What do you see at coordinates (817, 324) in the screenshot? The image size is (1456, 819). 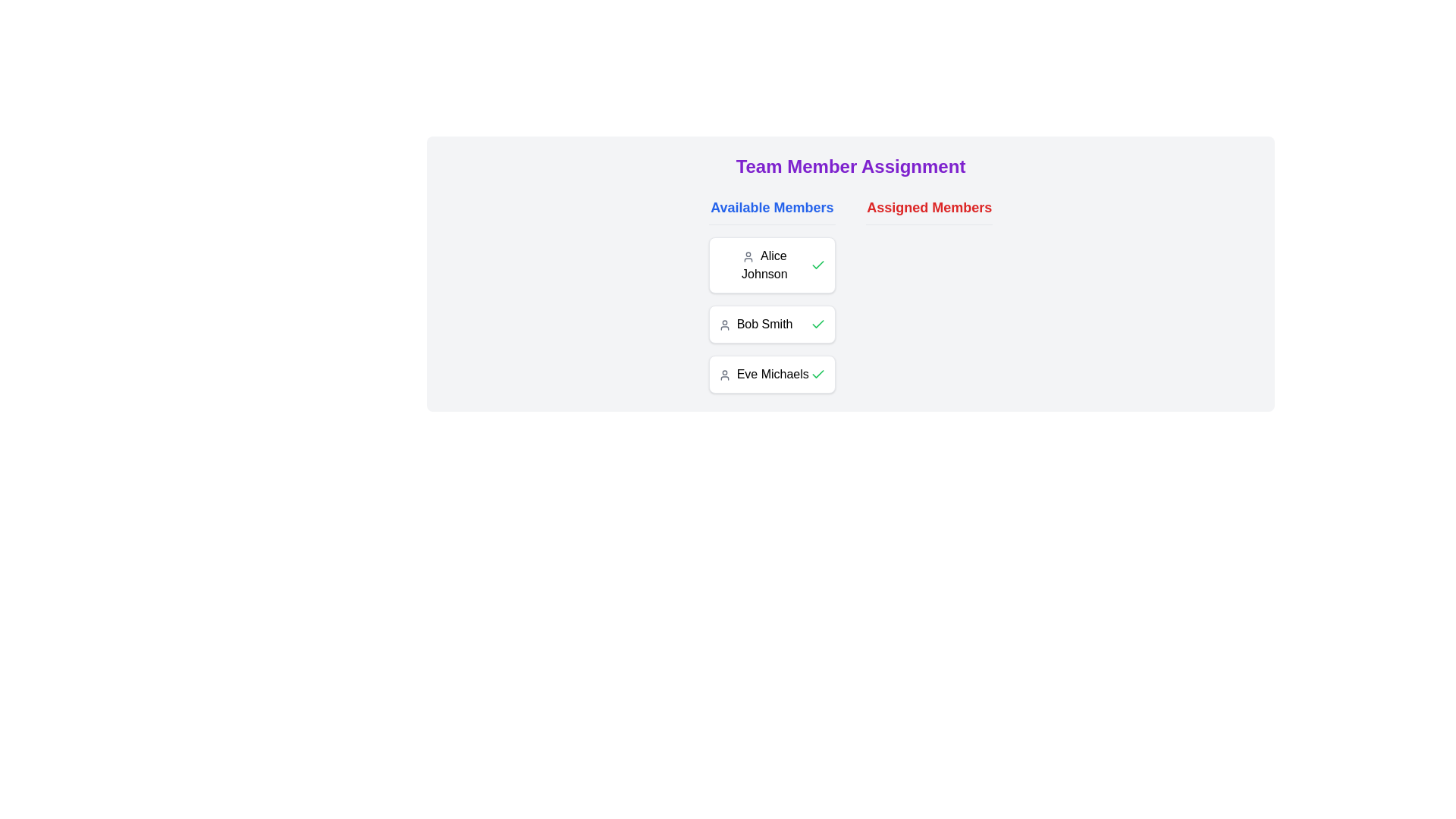 I see `the green checkmark icon next to 'Bob Smith'` at bounding box center [817, 324].